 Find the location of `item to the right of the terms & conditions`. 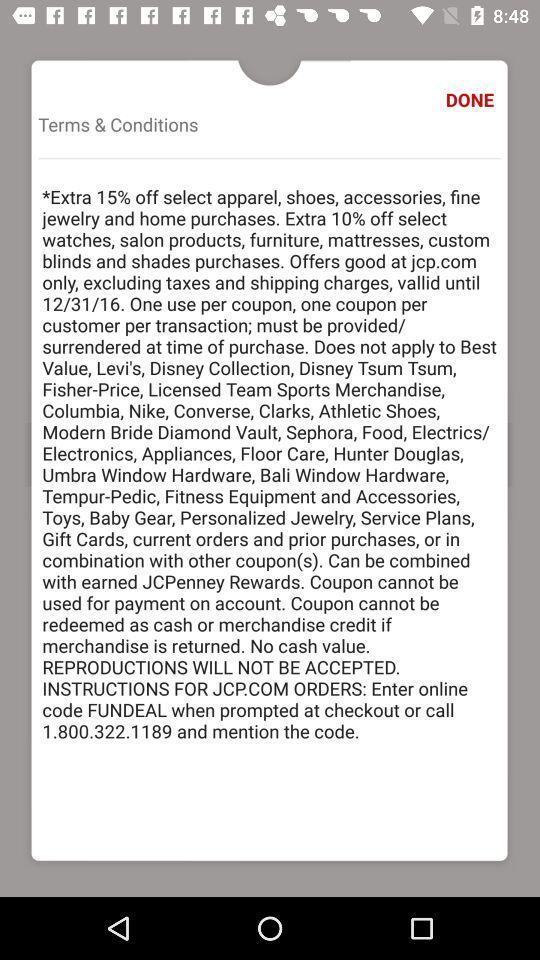

item to the right of the terms & conditions is located at coordinates (472, 99).